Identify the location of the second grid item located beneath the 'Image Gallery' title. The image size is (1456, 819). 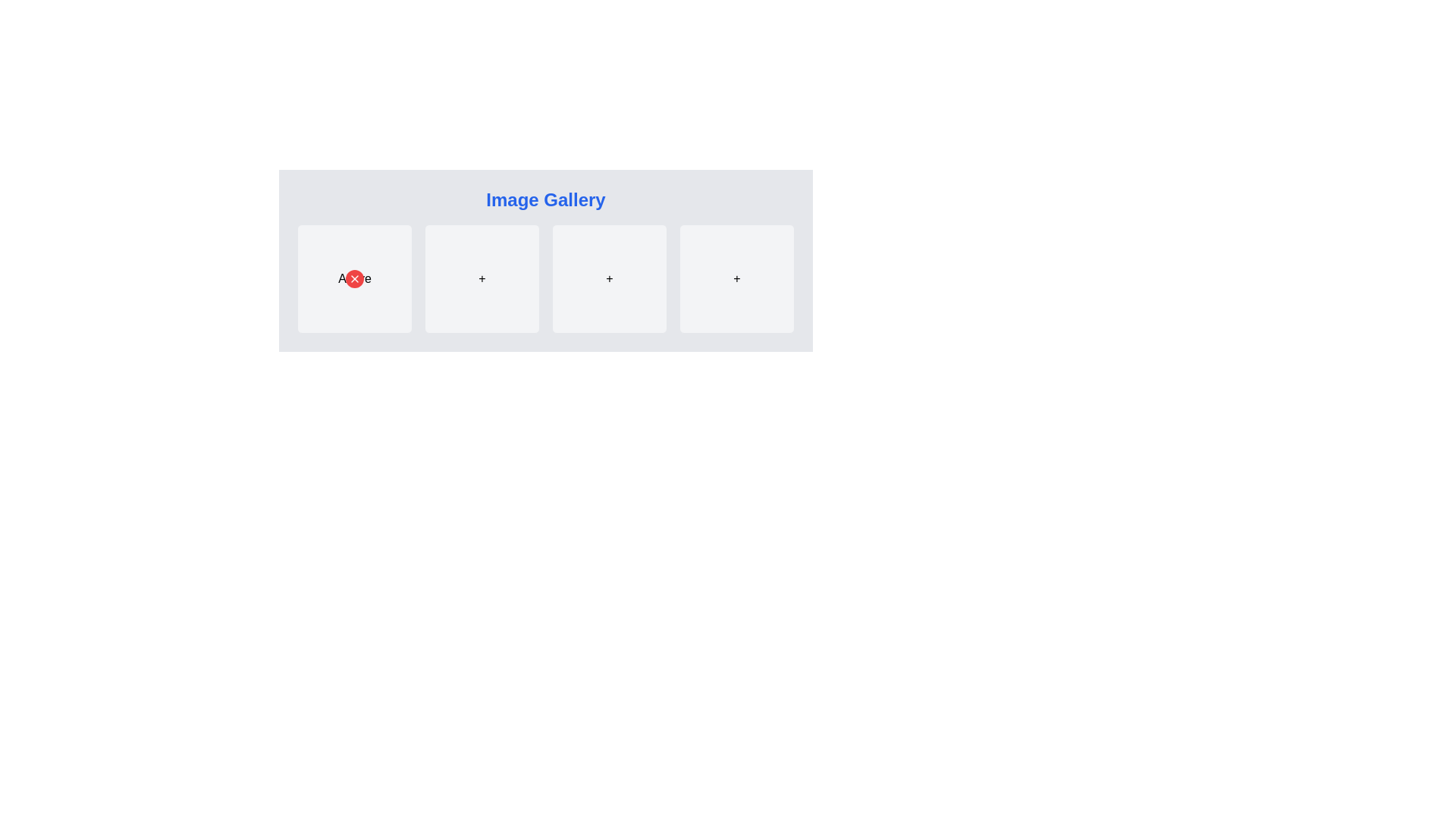
(546, 259).